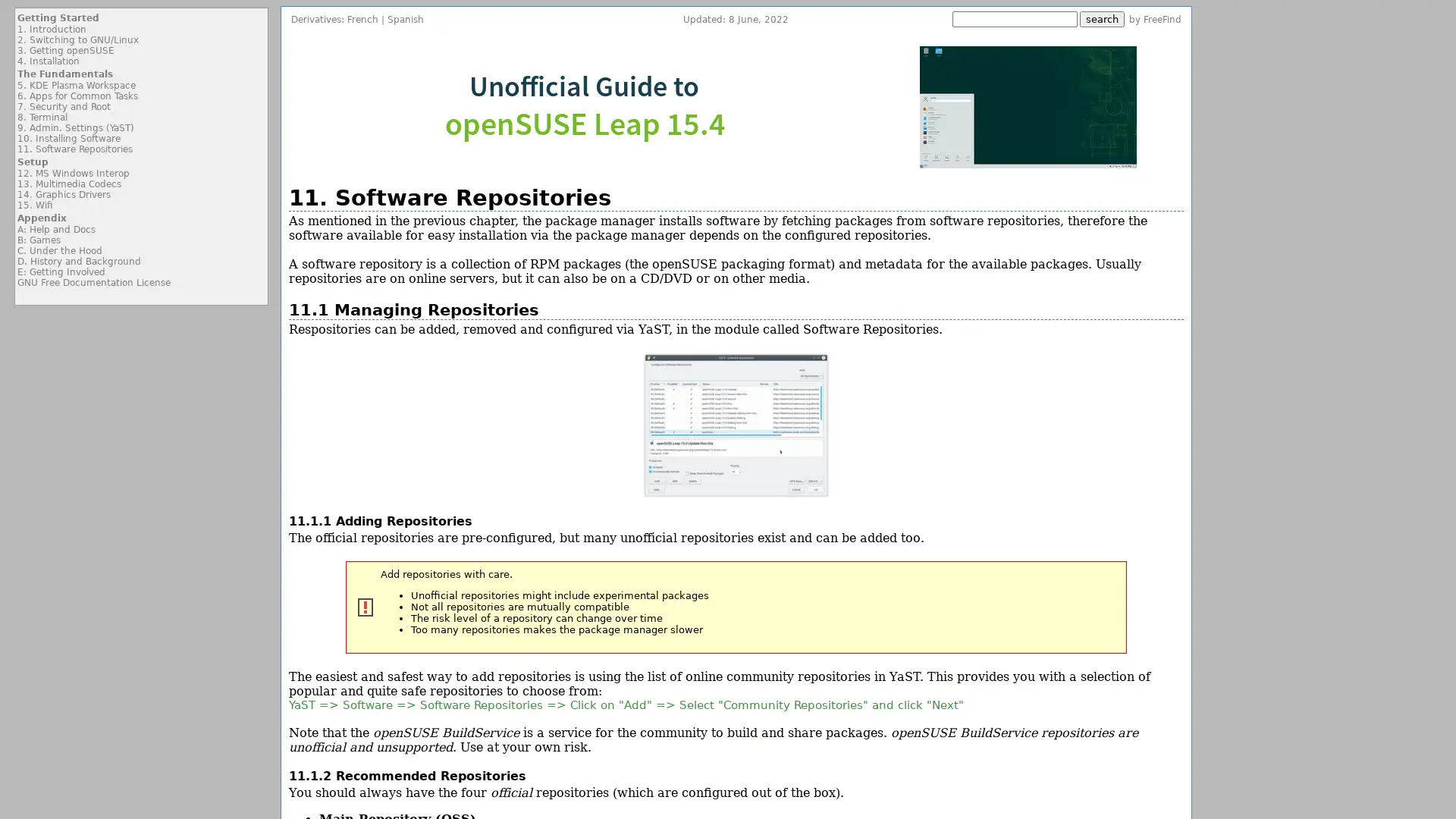 The width and height of the screenshot is (1456, 819). I want to click on search, so click(1102, 19).